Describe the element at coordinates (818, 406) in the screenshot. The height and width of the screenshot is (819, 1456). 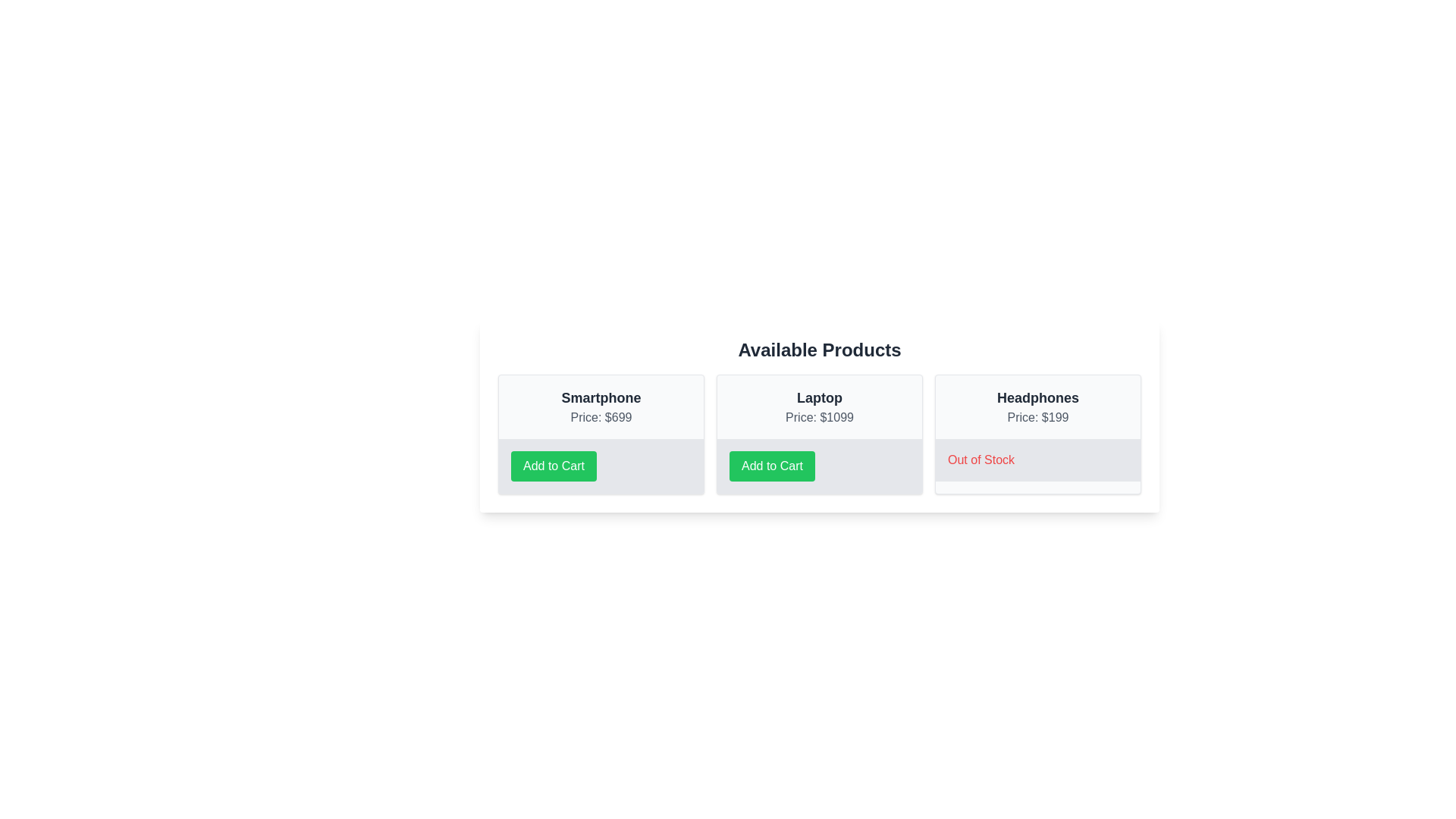
I see `the text display component that shows 'Laptop' in bold, larger font size, located above the smaller gray text 'Price: $1099', positioned in the middle of the product cards` at that location.